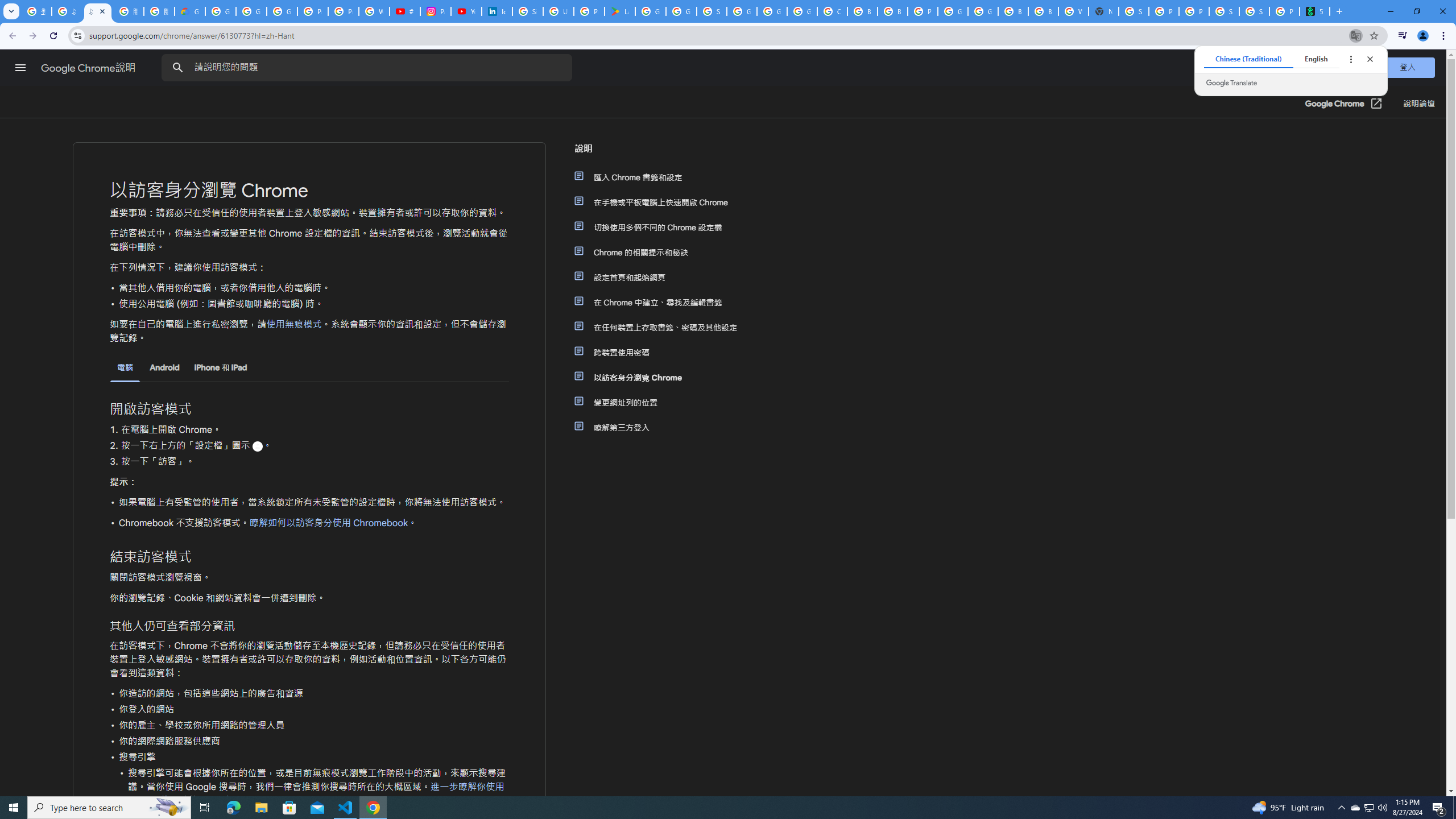 The width and height of the screenshot is (1456, 819). What do you see at coordinates (983, 11) in the screenshot?
I see `'Google Cloud Platform'` at bounding box center [983, 11].